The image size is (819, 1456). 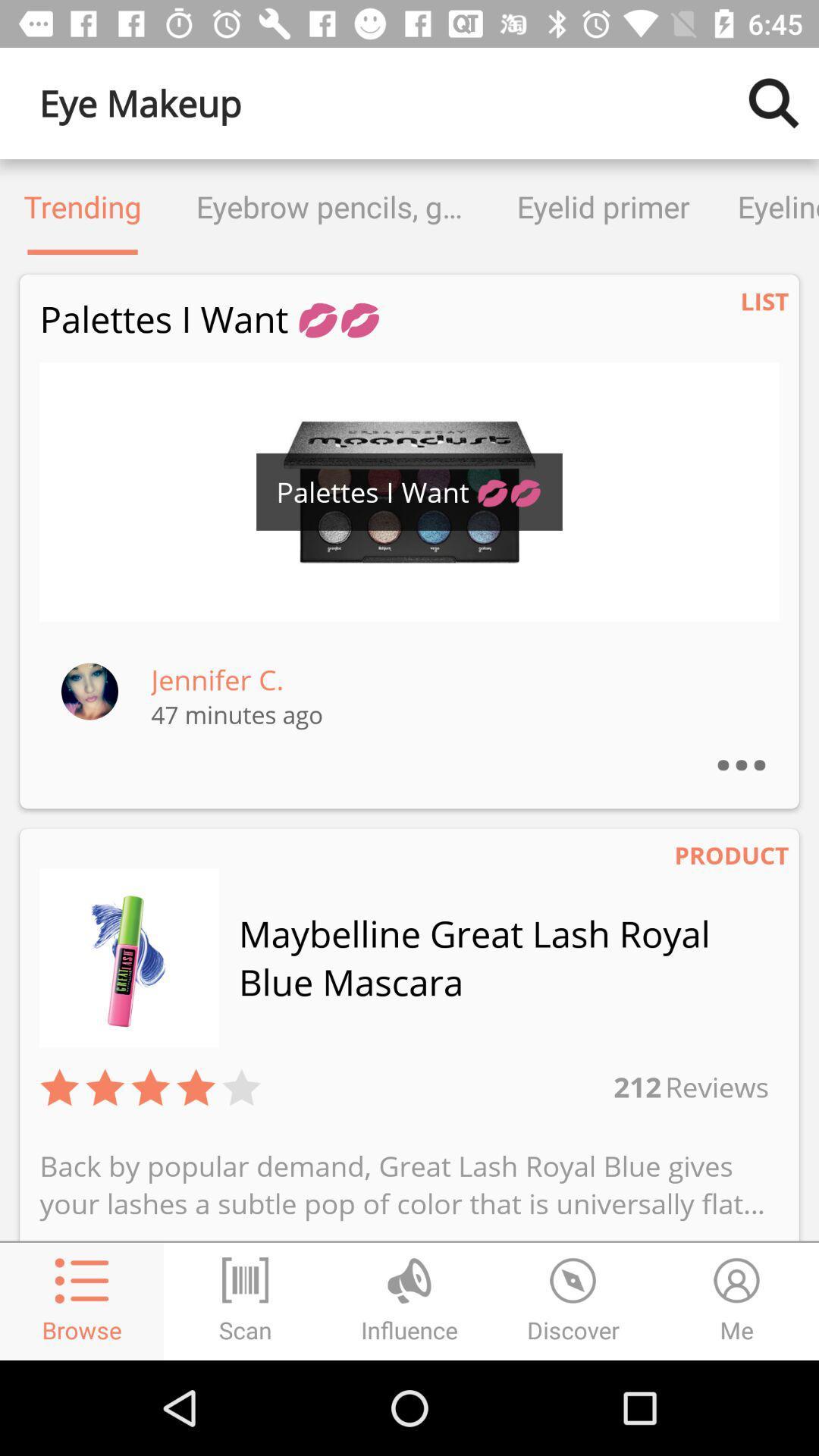 What do you see at coordinates (83, 206) in the screenshot?
I see `the trending icon` at bounding box center [83, 206].